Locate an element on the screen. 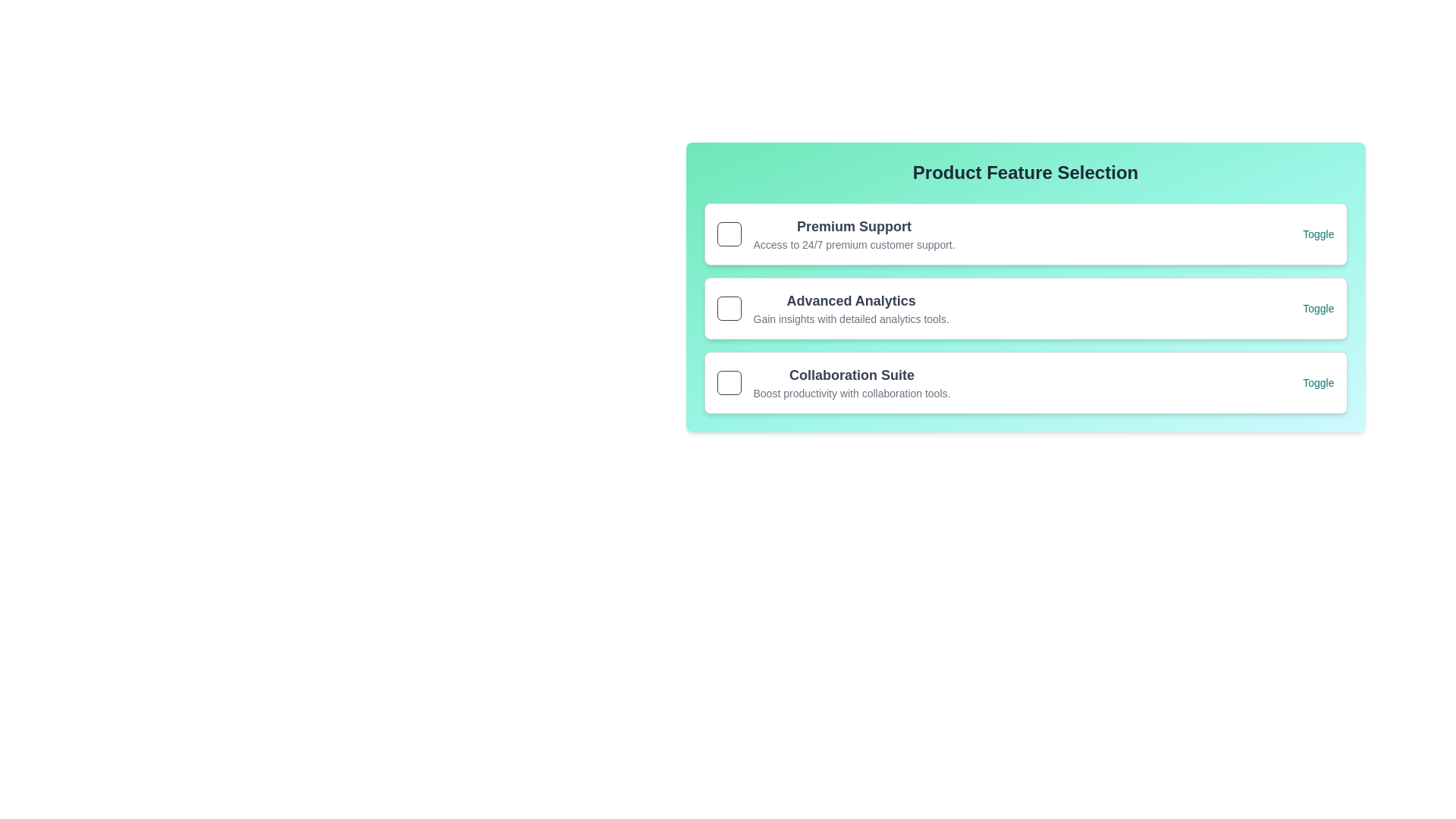 Image resolution: width=1456 pixels, height=819 pixels. text for feature information from the third item in the feature selection list, which enables the 'Collaboration Suite' feature located below the 'Advanced Analytics' entry is located at coordinates (833, 382).